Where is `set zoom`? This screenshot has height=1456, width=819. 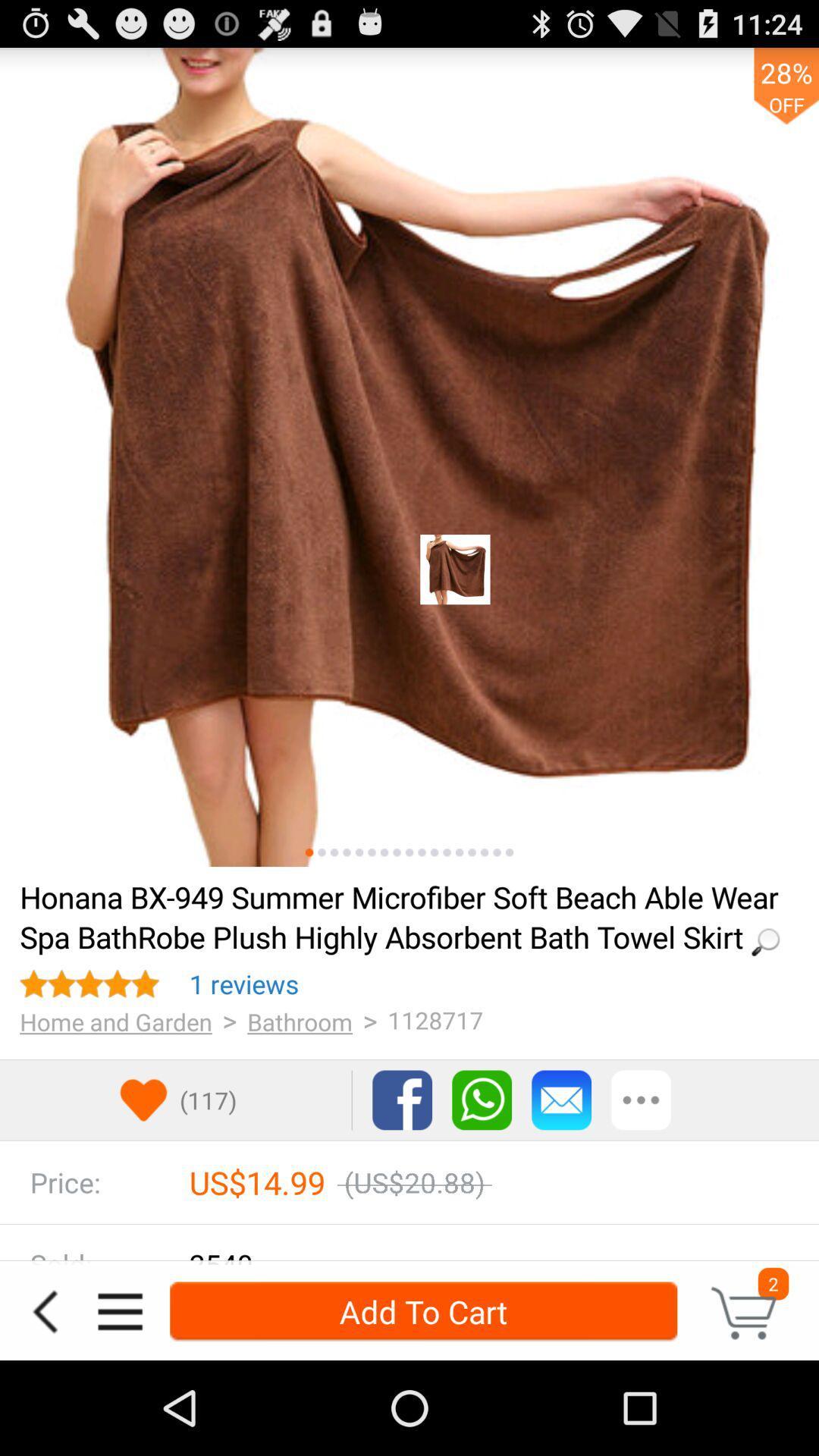
set zoom is located at coordinates (359, 852).